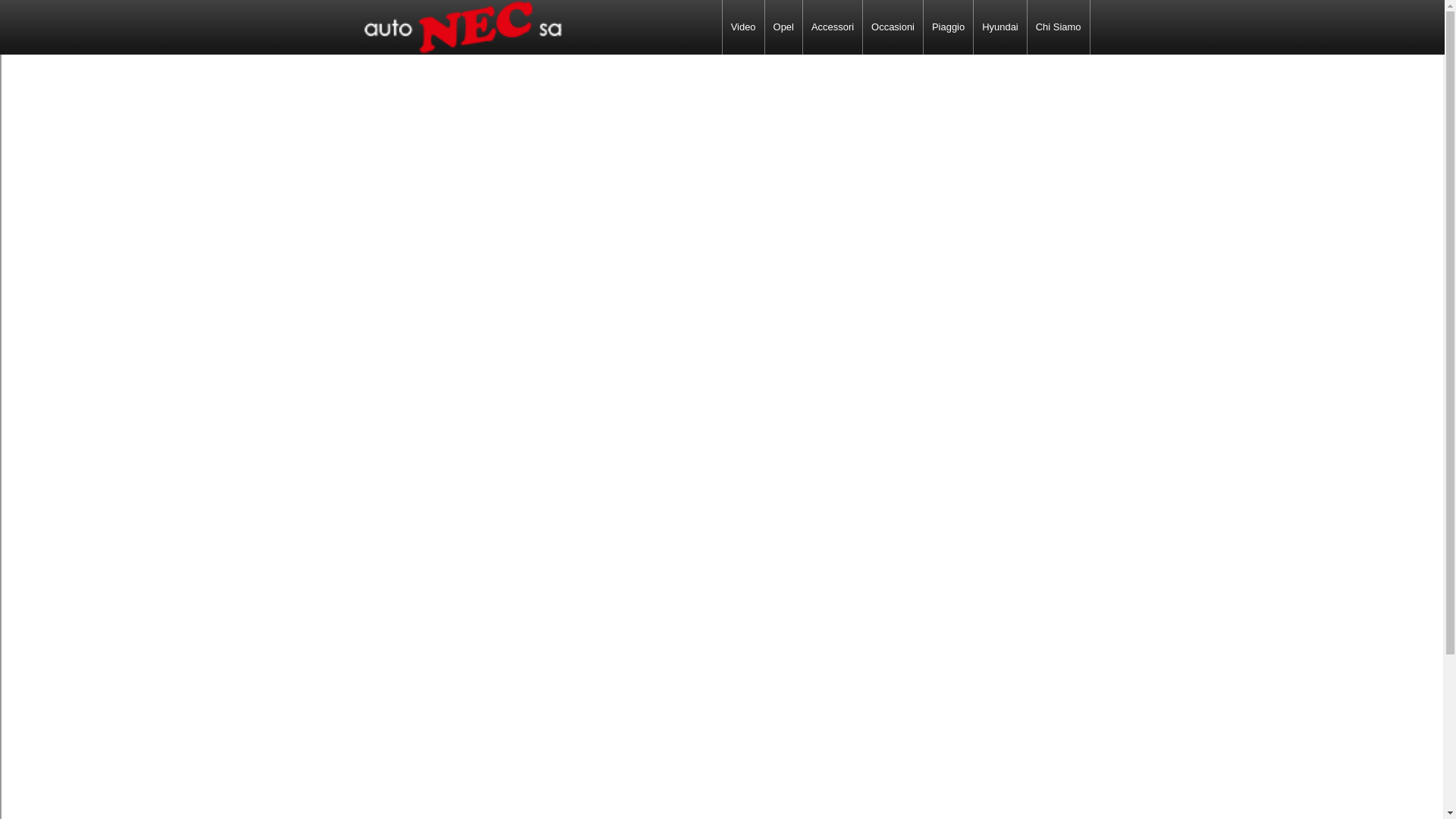  Describe the element at coordinates (1027, 27) in the screenshot. I see `'Chi Siamo'` at that location.